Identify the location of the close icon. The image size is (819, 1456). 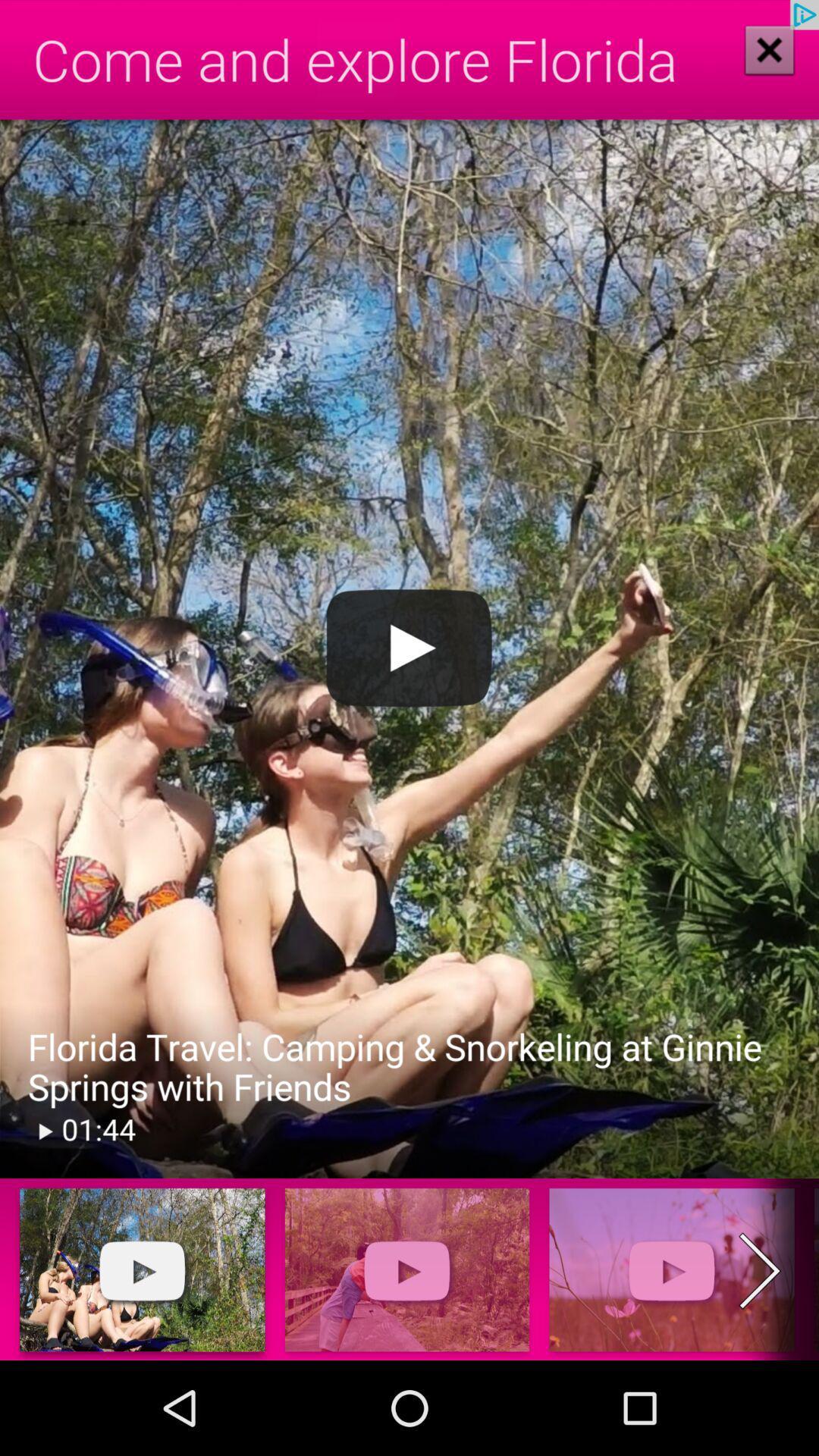
(769, 53).